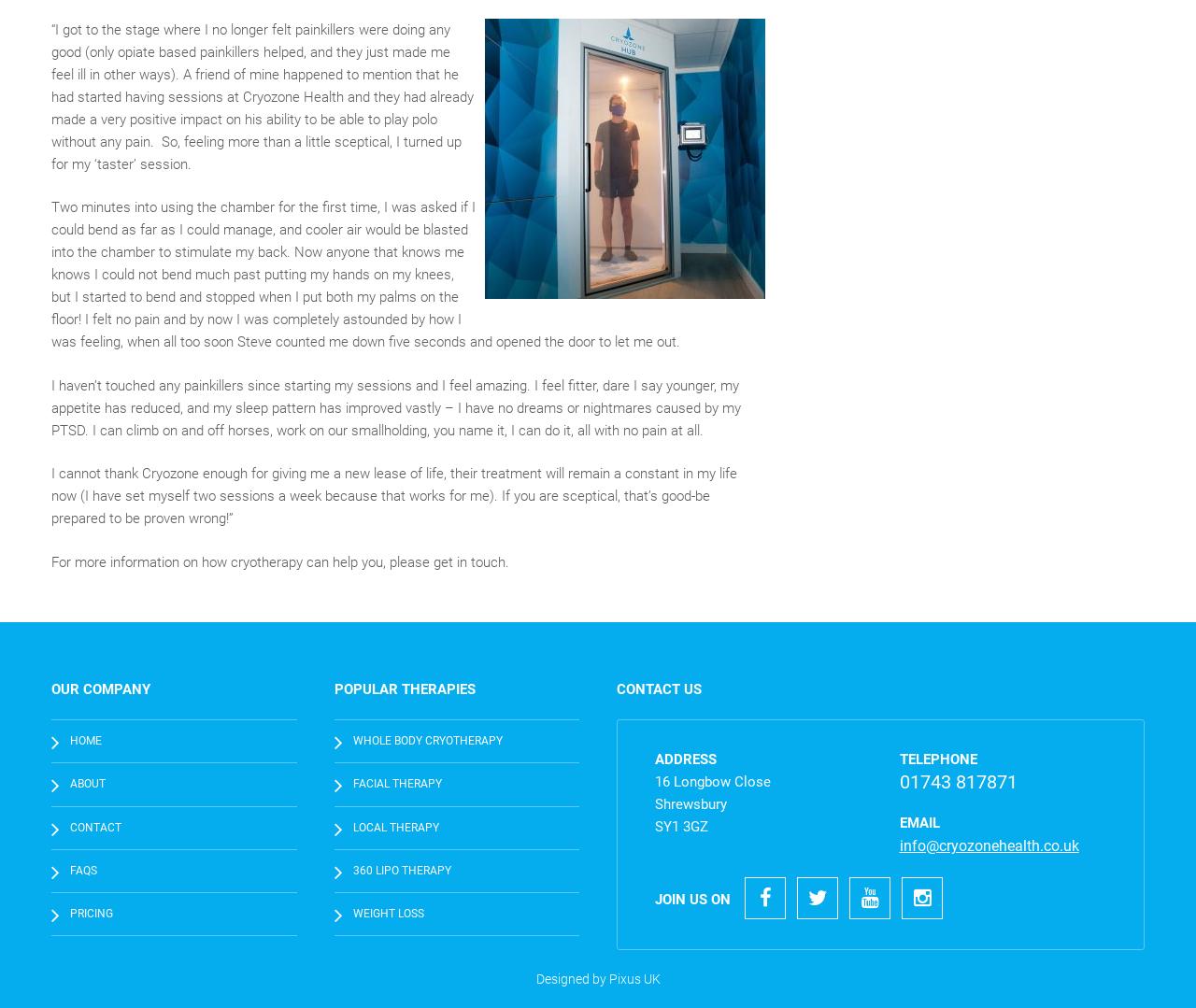  I want to click on 'Join us on', so click(691, 898).